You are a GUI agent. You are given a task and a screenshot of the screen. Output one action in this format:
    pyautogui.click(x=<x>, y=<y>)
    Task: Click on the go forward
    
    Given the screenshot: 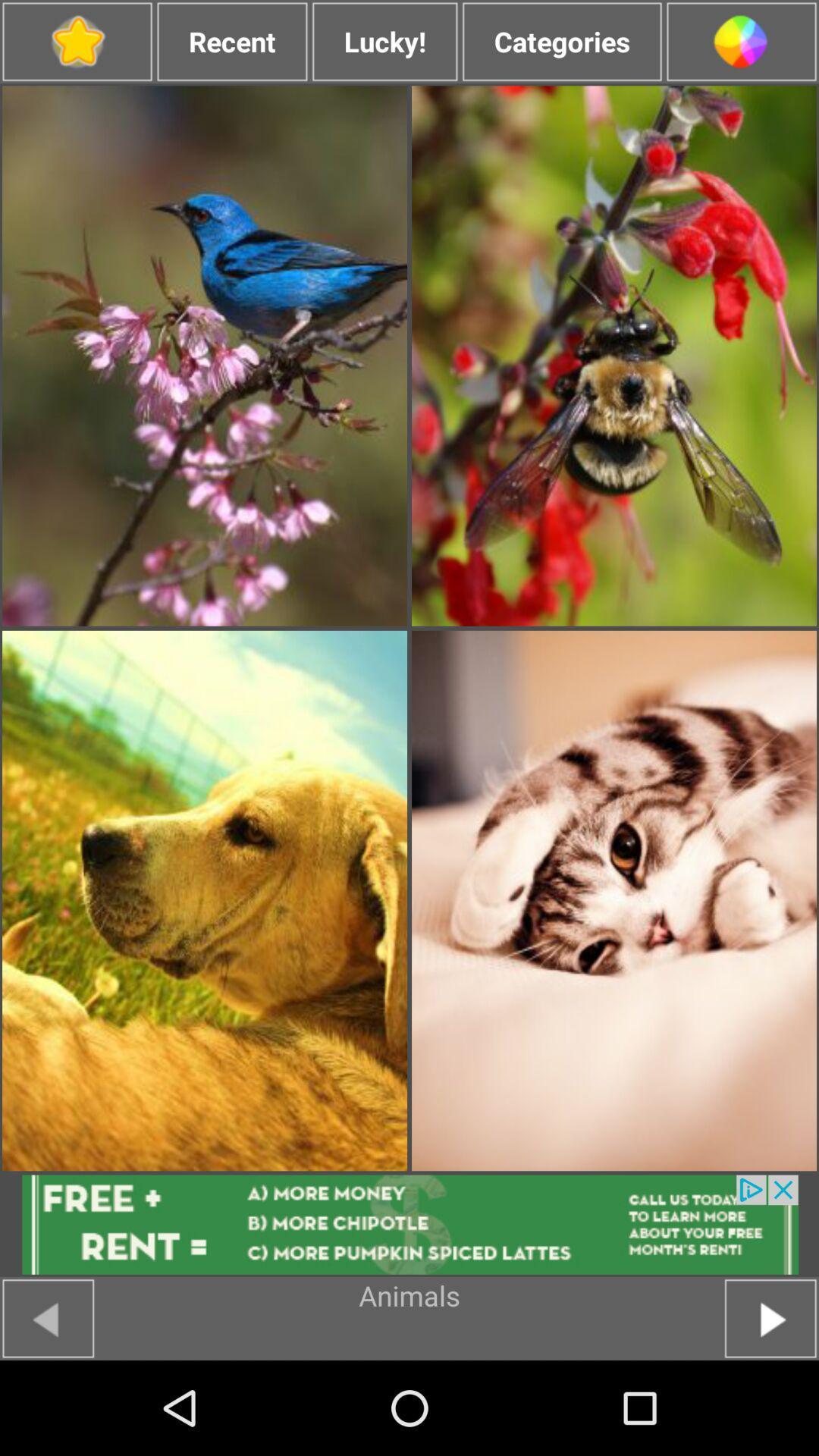 What is the action you would take?
    pyautogui.click(x=770, y=1317)
    